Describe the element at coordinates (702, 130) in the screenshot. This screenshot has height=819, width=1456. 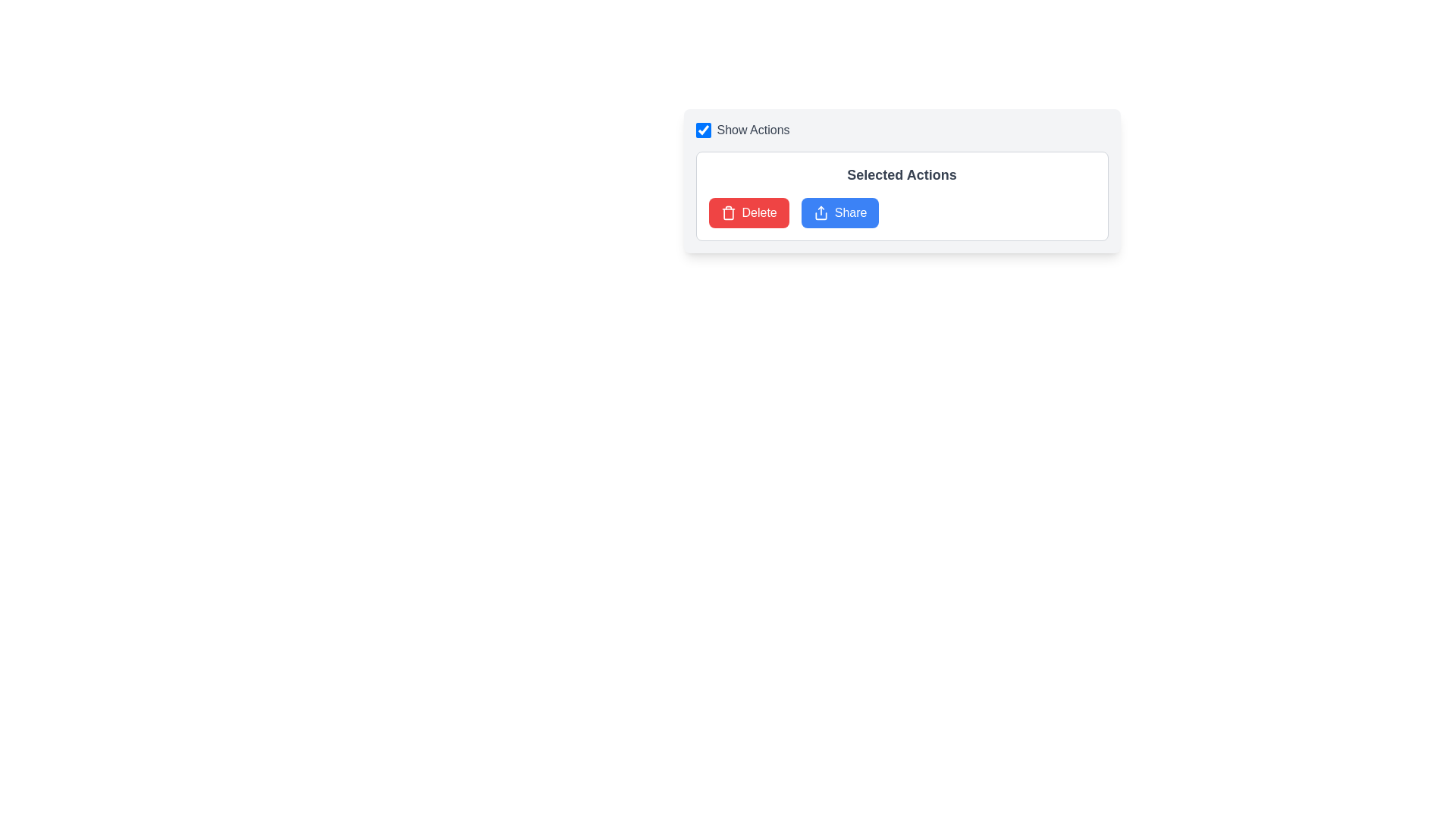
I see `the checkbox that toggles the visibility of the related section, located to the left of the 'Show Actions' text label` at that location.